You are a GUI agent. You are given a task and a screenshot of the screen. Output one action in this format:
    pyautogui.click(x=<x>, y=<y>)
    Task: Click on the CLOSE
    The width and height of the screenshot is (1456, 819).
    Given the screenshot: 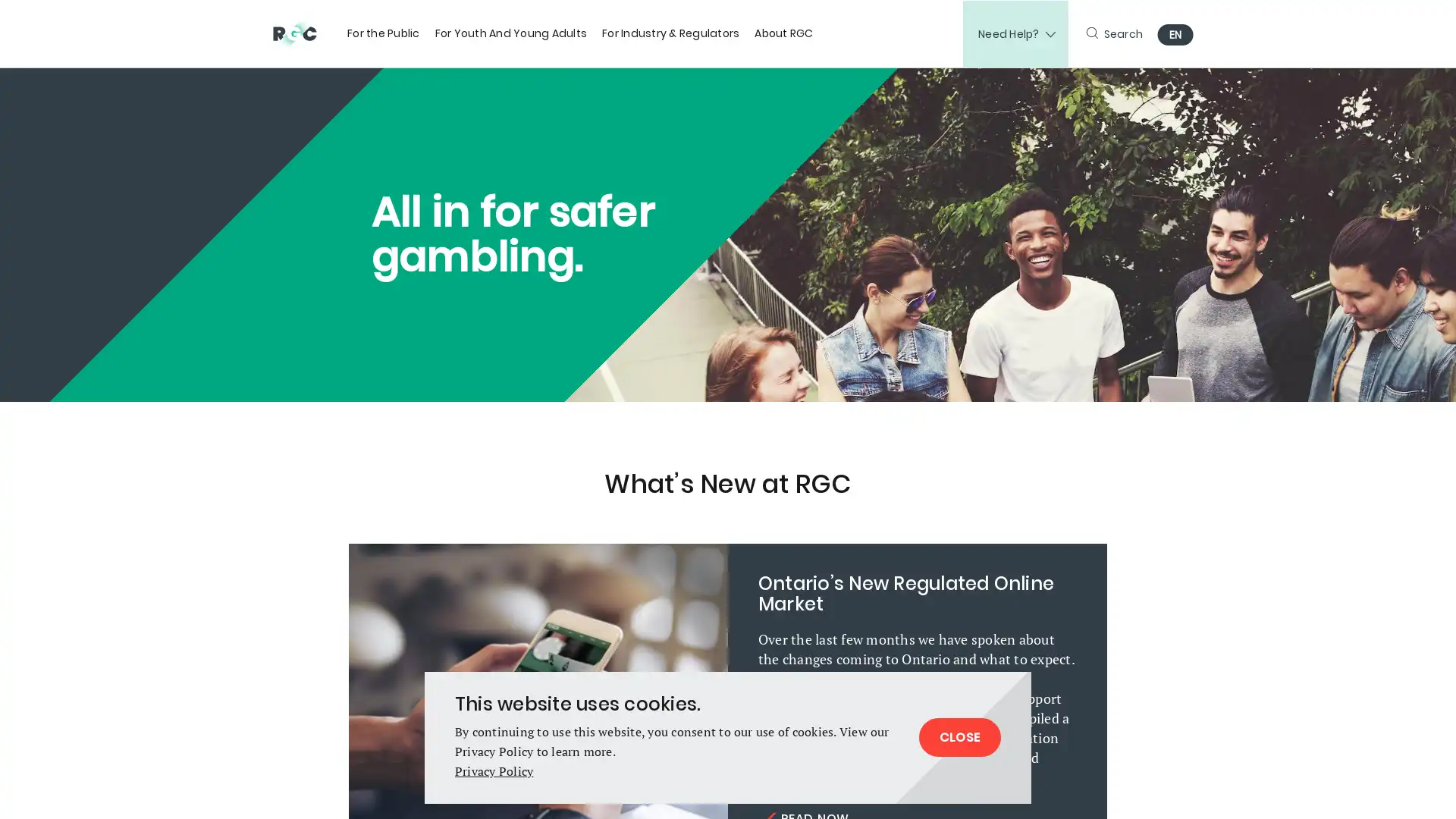 What is the action you would take?
    pyautogui.click(x=959, y=736)
    